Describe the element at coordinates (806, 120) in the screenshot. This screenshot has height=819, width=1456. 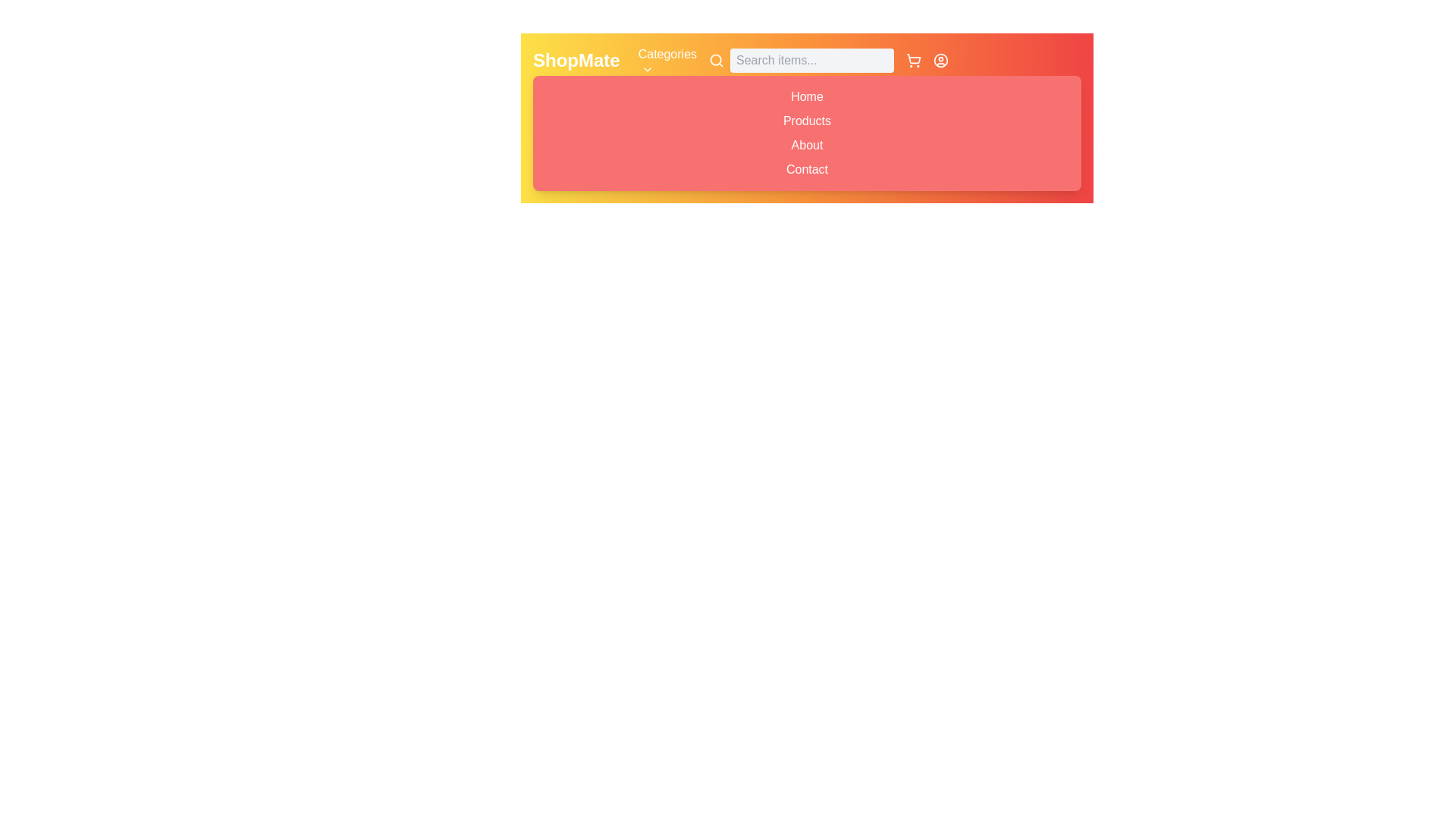
I see `the 'Products' hyperlink in the navigation menu to trigger the hover effect` at that location.